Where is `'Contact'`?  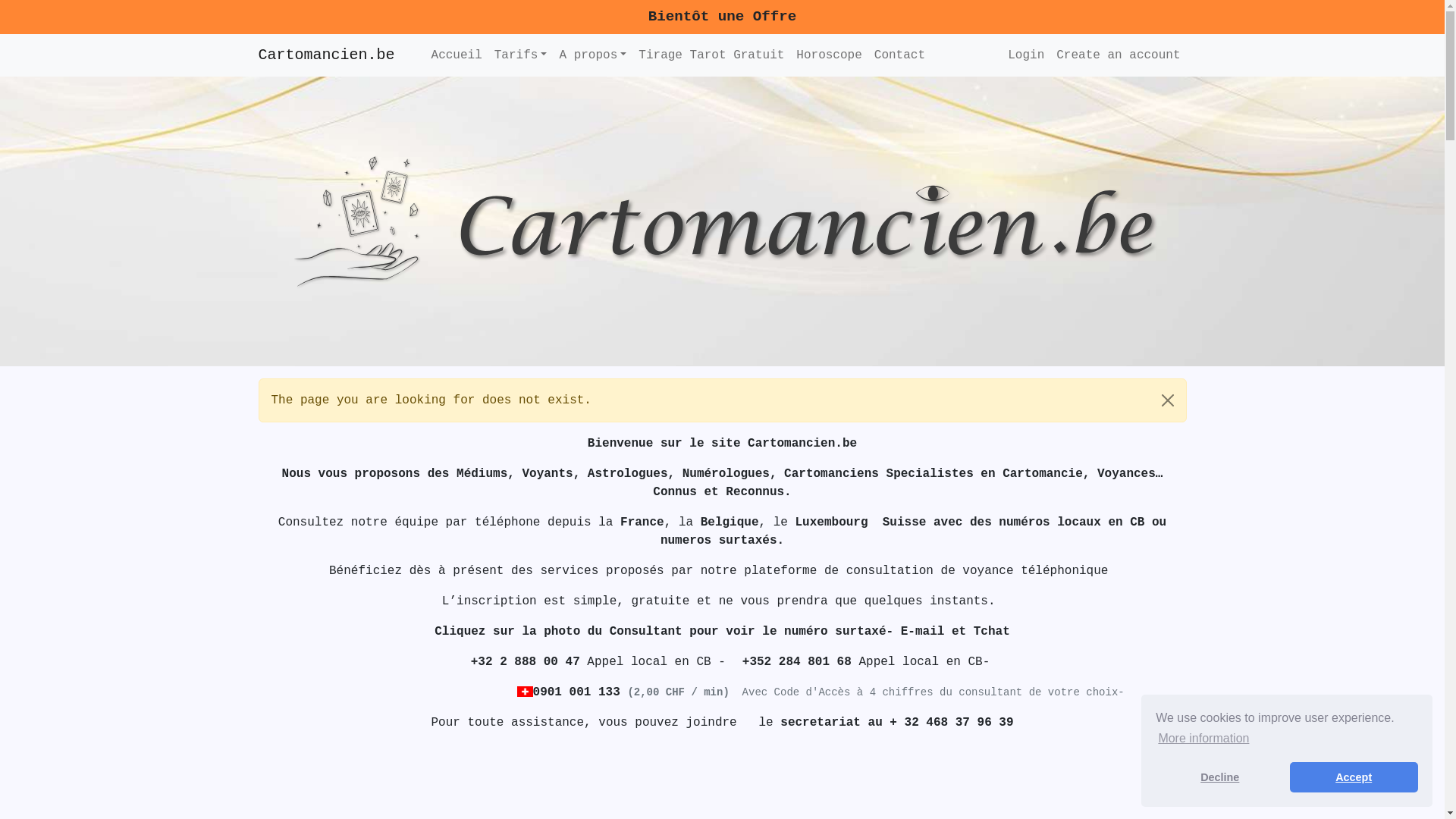
'Contact' is located at coordinates (899, 55).